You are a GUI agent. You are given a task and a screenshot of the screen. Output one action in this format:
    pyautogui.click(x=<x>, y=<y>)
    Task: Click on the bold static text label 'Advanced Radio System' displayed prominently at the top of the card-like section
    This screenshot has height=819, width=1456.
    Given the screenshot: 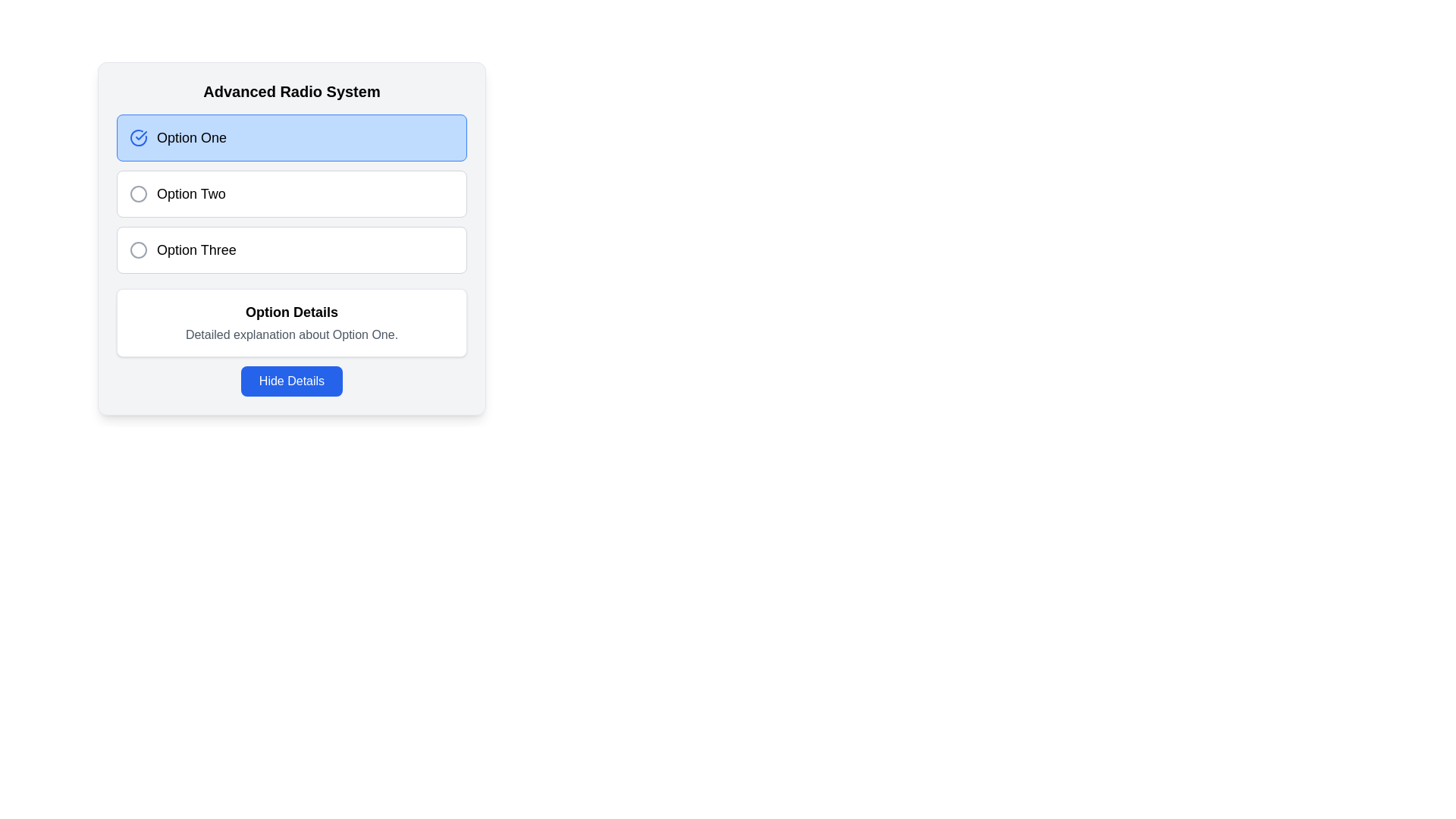 What is the action you would take?
    pyautogui.click(x=291, y=91)
    